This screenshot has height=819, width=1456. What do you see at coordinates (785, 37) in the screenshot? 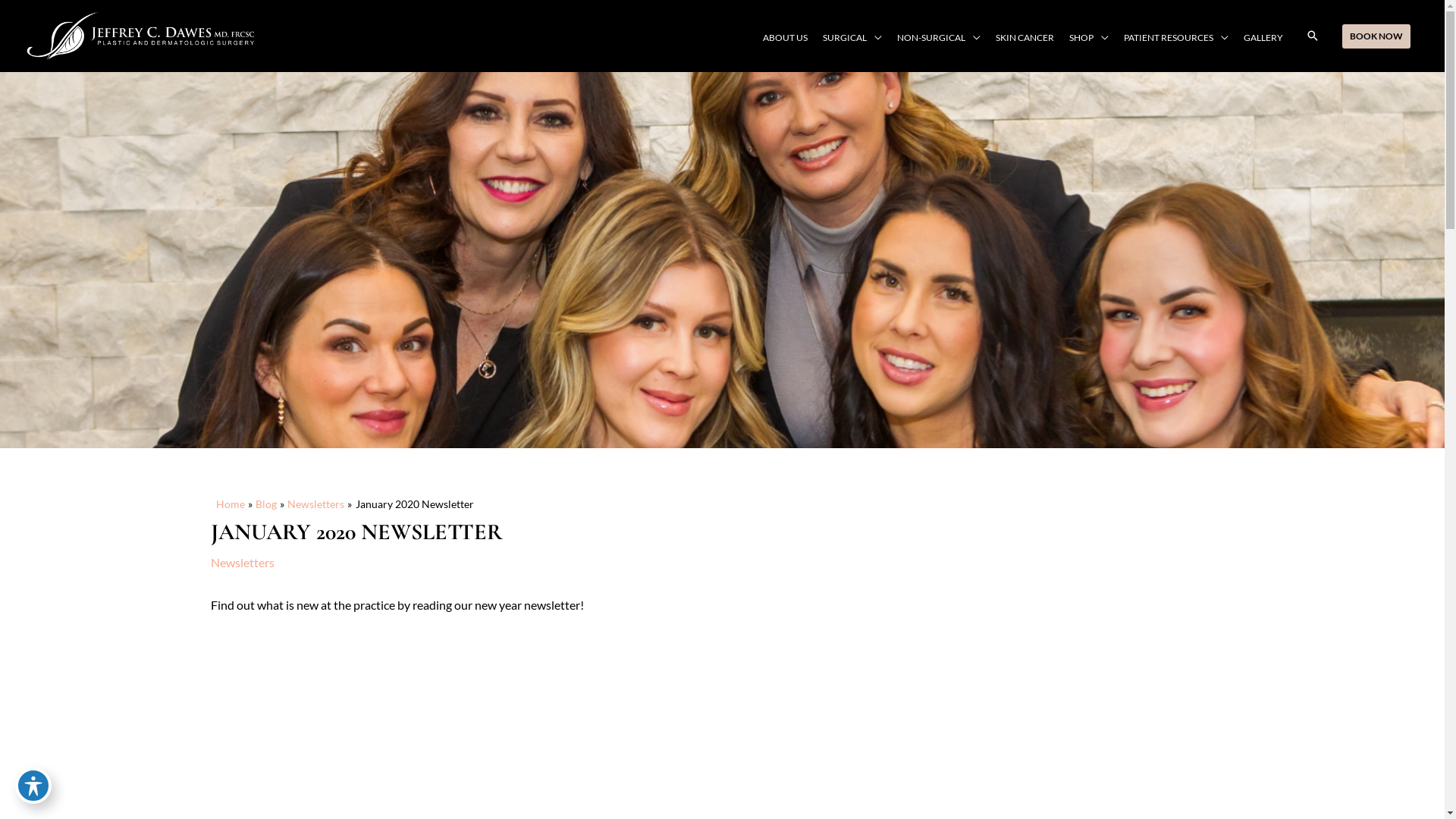
I see `'ABOUT US'` at bounding box center [785, 37].